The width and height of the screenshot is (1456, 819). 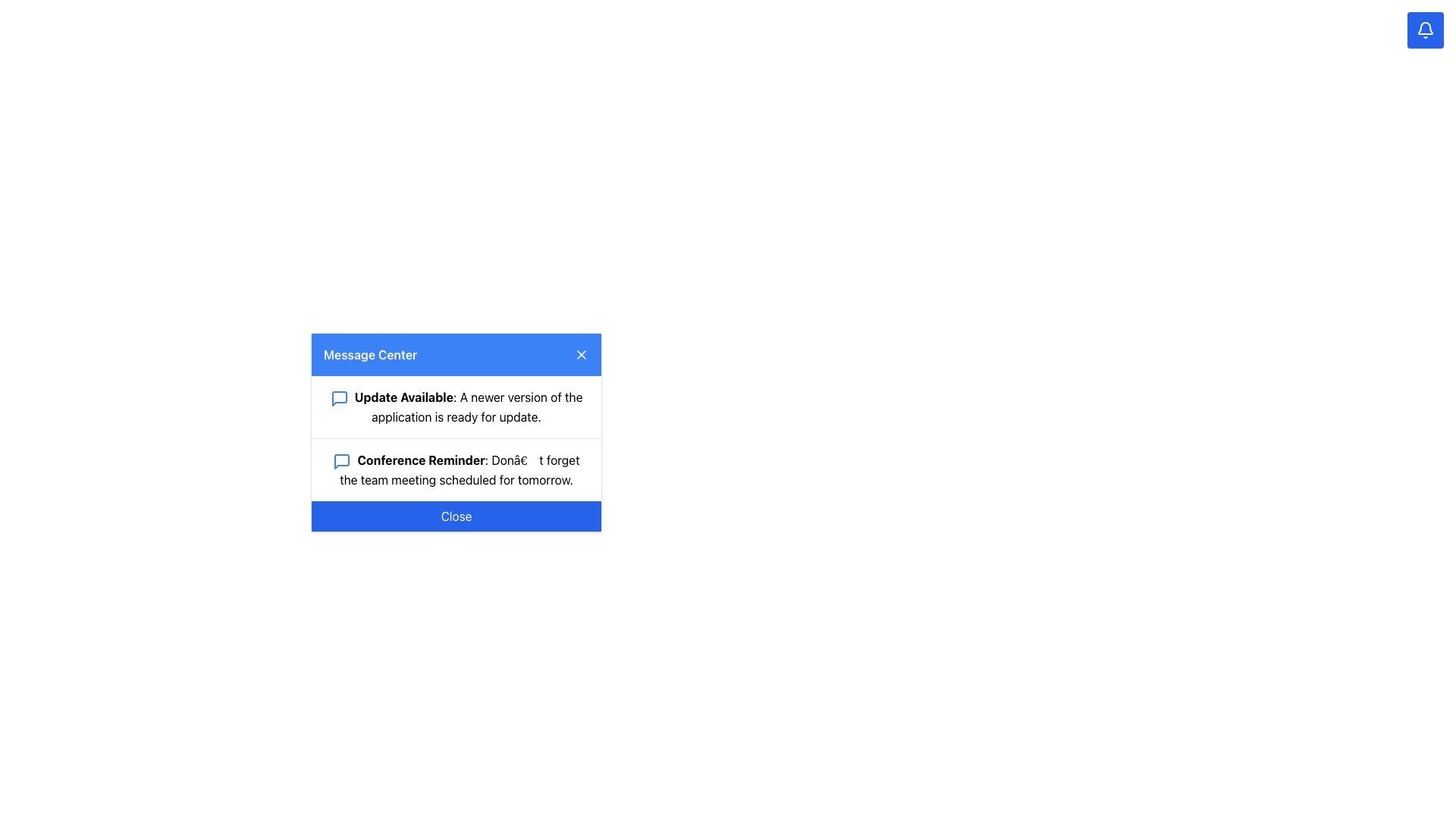 I want to click on the message icon representing the 'Conference Reminder' notification located to the left of the text in the second row of the 'Message Center' panel, so click(x=341, y=460).